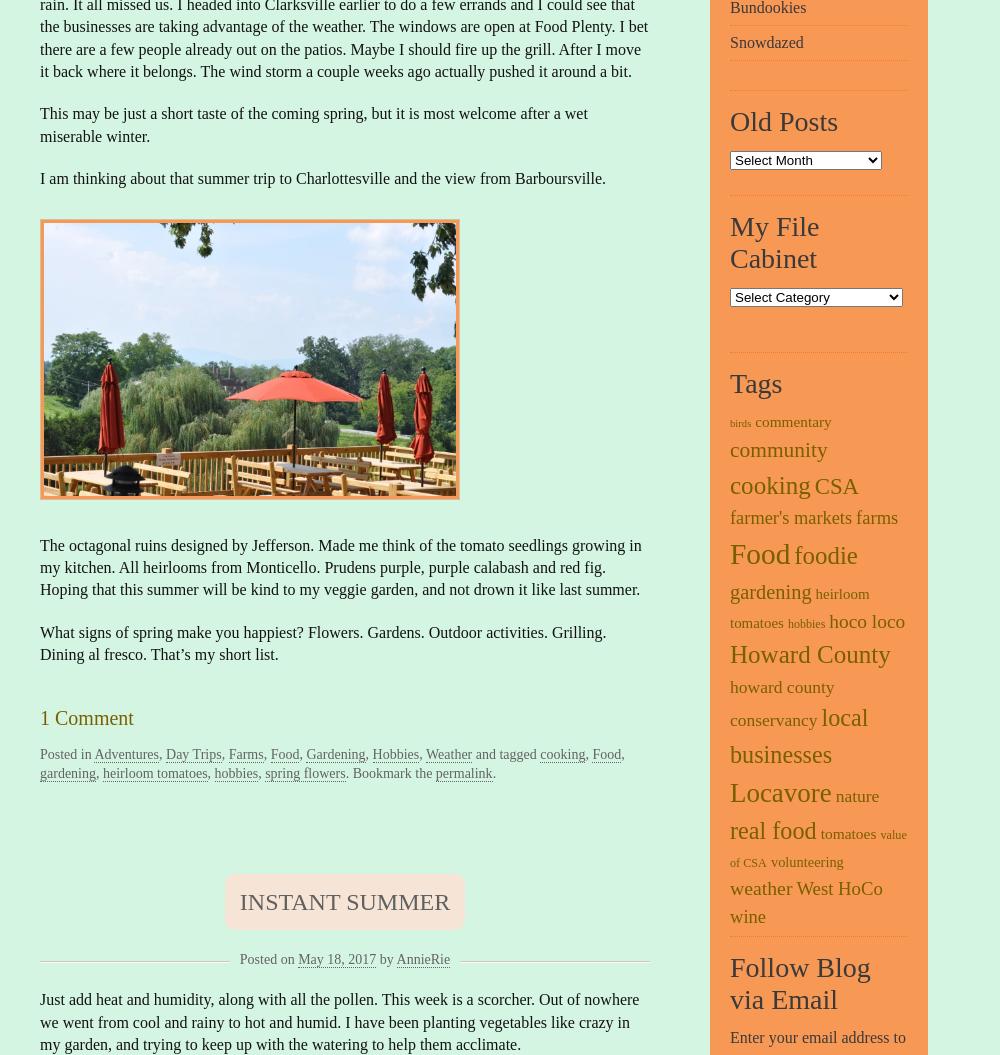 This screenshot has width=1000, height=1055. What do you see at coordinates (799, 735) in the screenshot?
I see `'local businesses'` at bounding box center [799, 735].